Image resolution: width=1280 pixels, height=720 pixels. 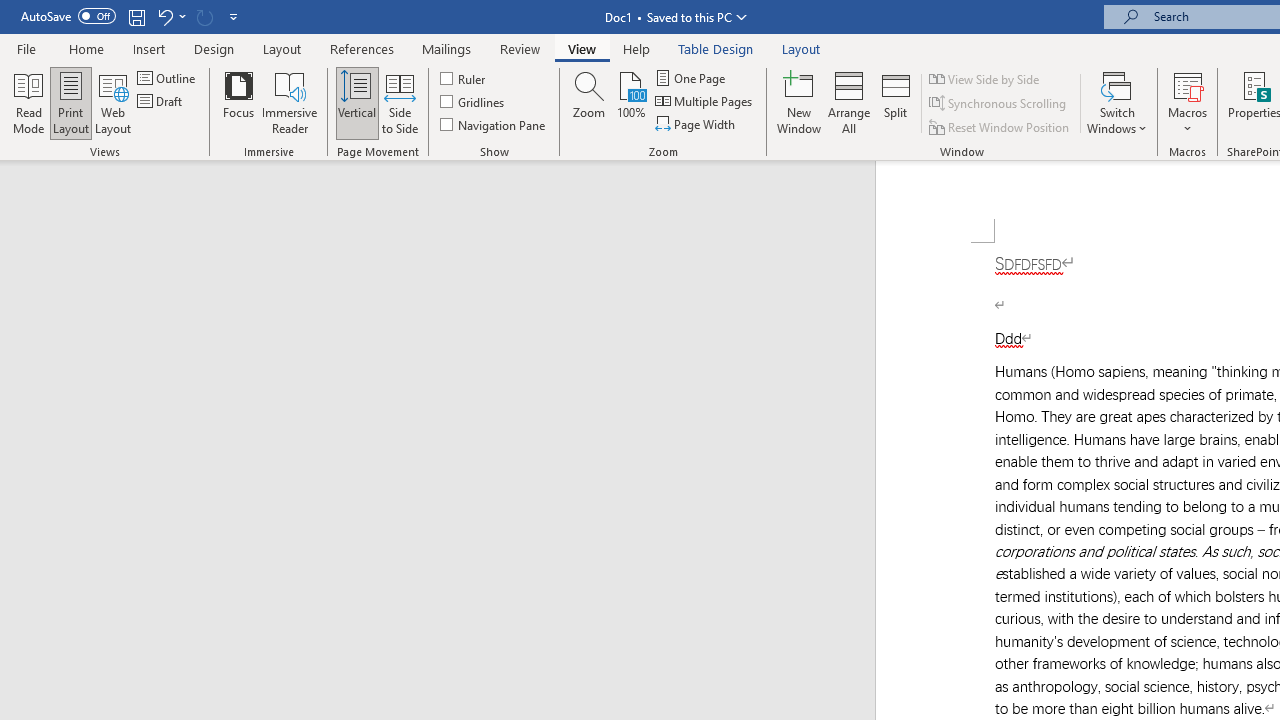 What do you see at coordinates (1187, 84) in the screenshot?
I see `'View Macros'` at bounding box center [1187, 84].